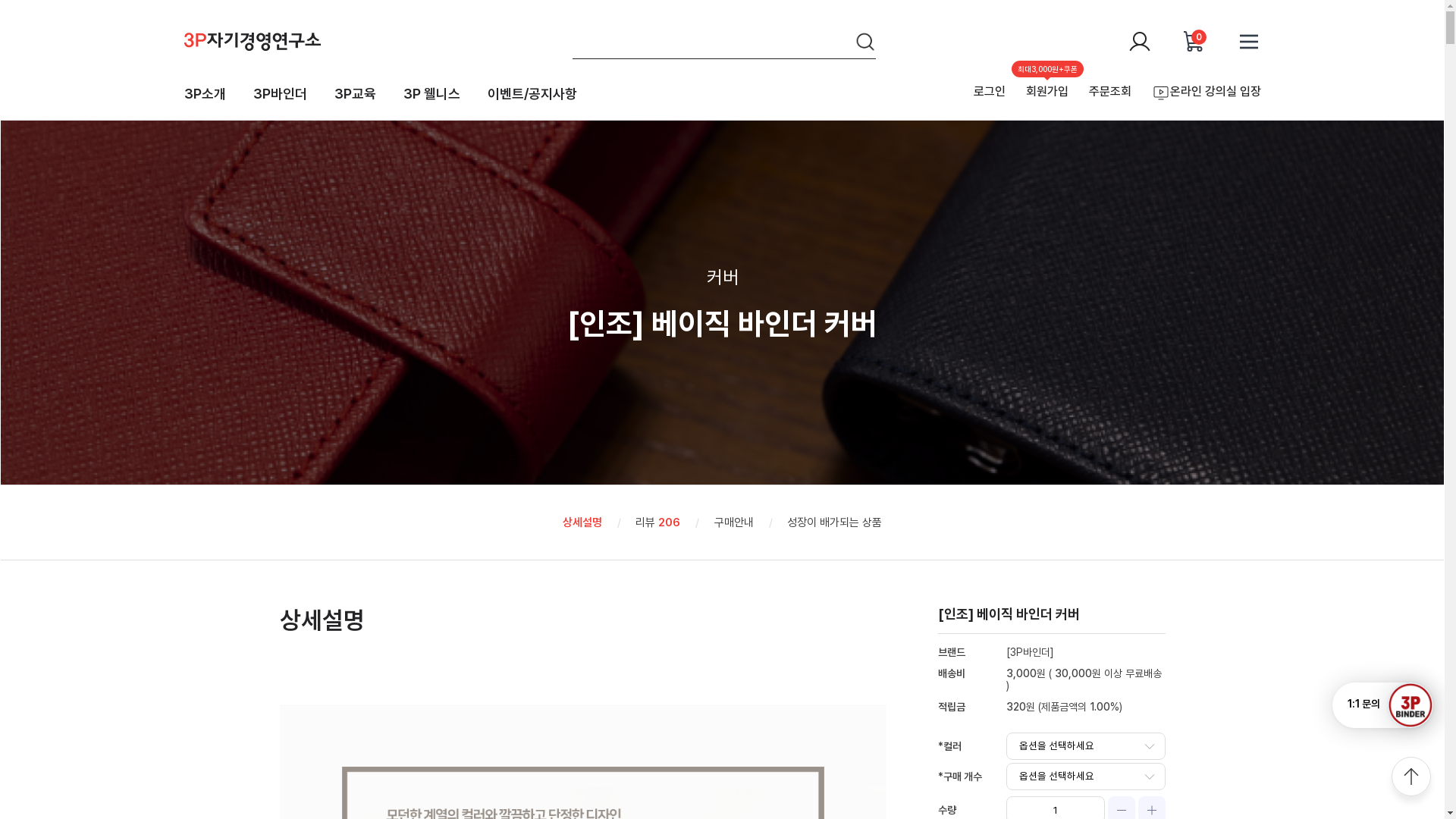  I want to click on '0', so click(1181, 40).